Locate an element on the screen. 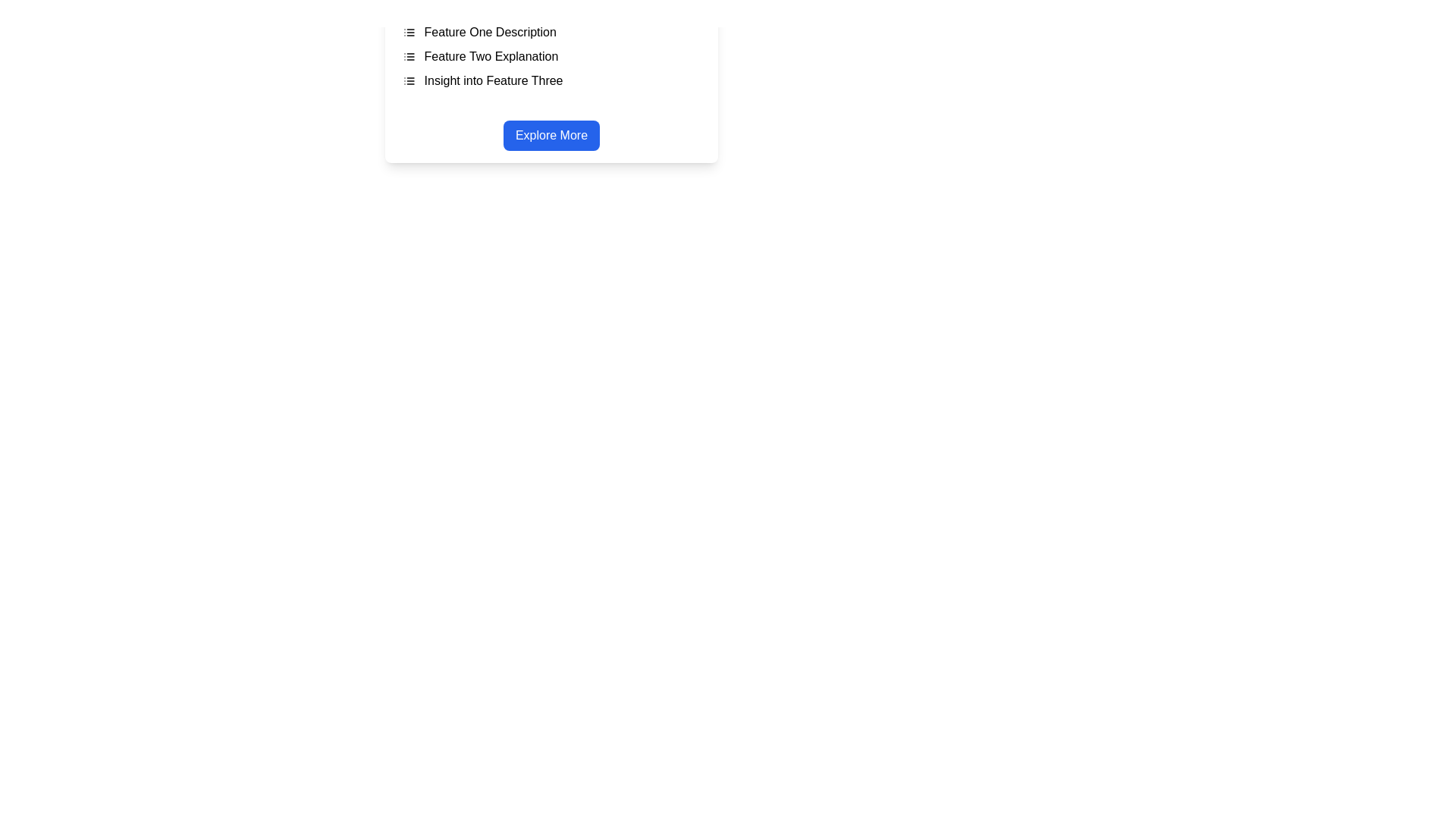 Image resolution: width=1456 pixels, height=819 pixels. the centrally located button that triggers actions related to exploring additional details or features of the app is located at coordinates (551, 134).